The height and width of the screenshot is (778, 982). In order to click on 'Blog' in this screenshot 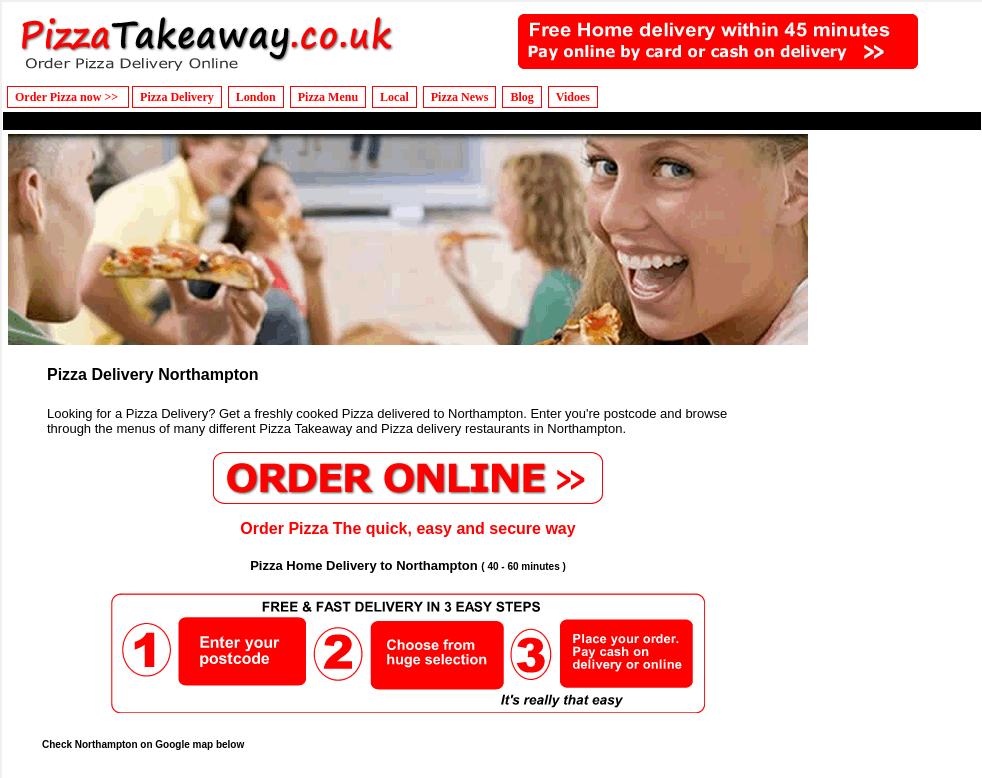, I will do `click(520, 96)`.